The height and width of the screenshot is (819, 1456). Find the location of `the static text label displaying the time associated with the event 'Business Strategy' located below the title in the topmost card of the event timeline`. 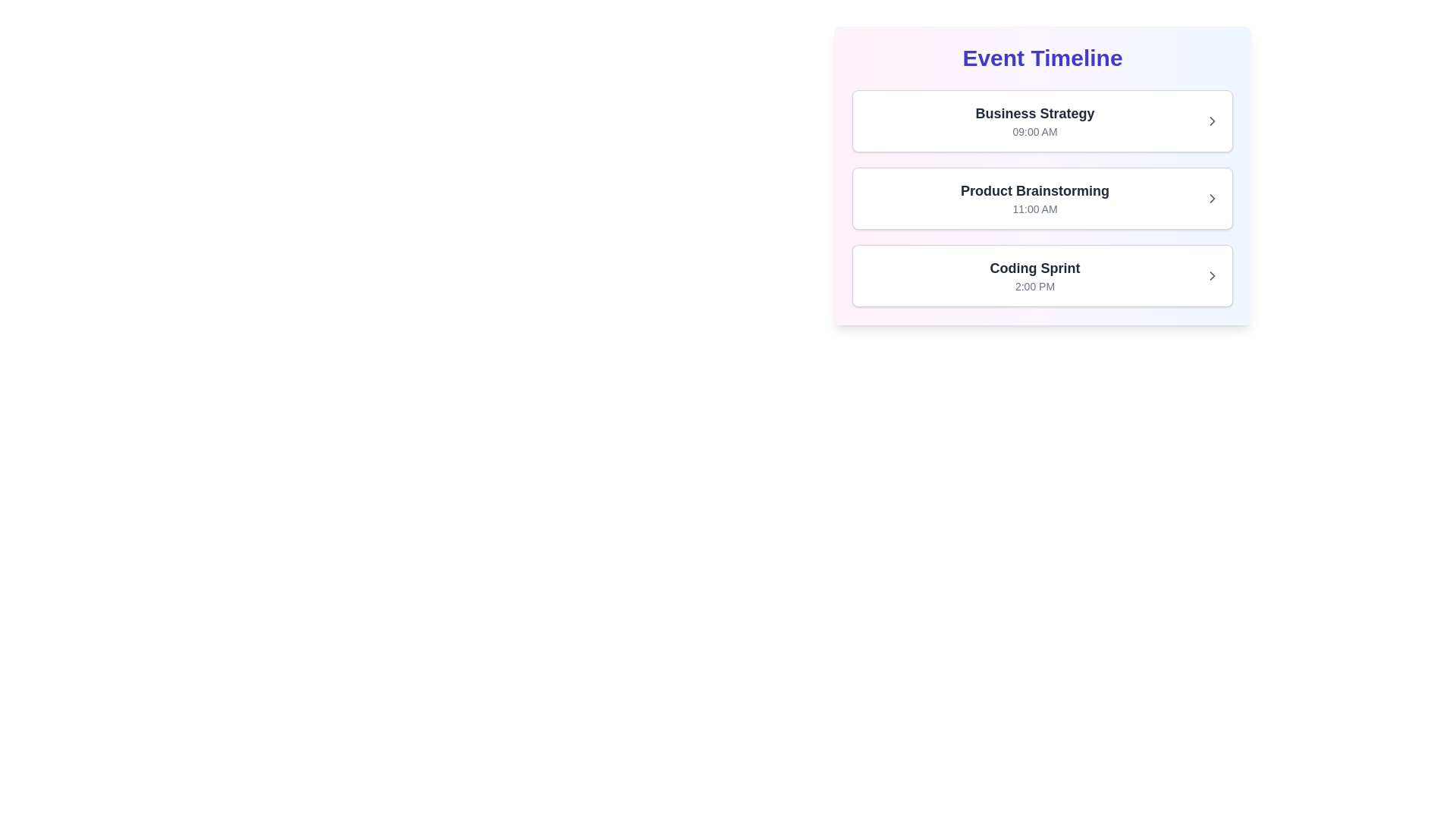

the static text label displaying the time associated with the event 'Business Strategy' located below the title in the topmost card of the event timeline is located at coordinates (1034, 130).